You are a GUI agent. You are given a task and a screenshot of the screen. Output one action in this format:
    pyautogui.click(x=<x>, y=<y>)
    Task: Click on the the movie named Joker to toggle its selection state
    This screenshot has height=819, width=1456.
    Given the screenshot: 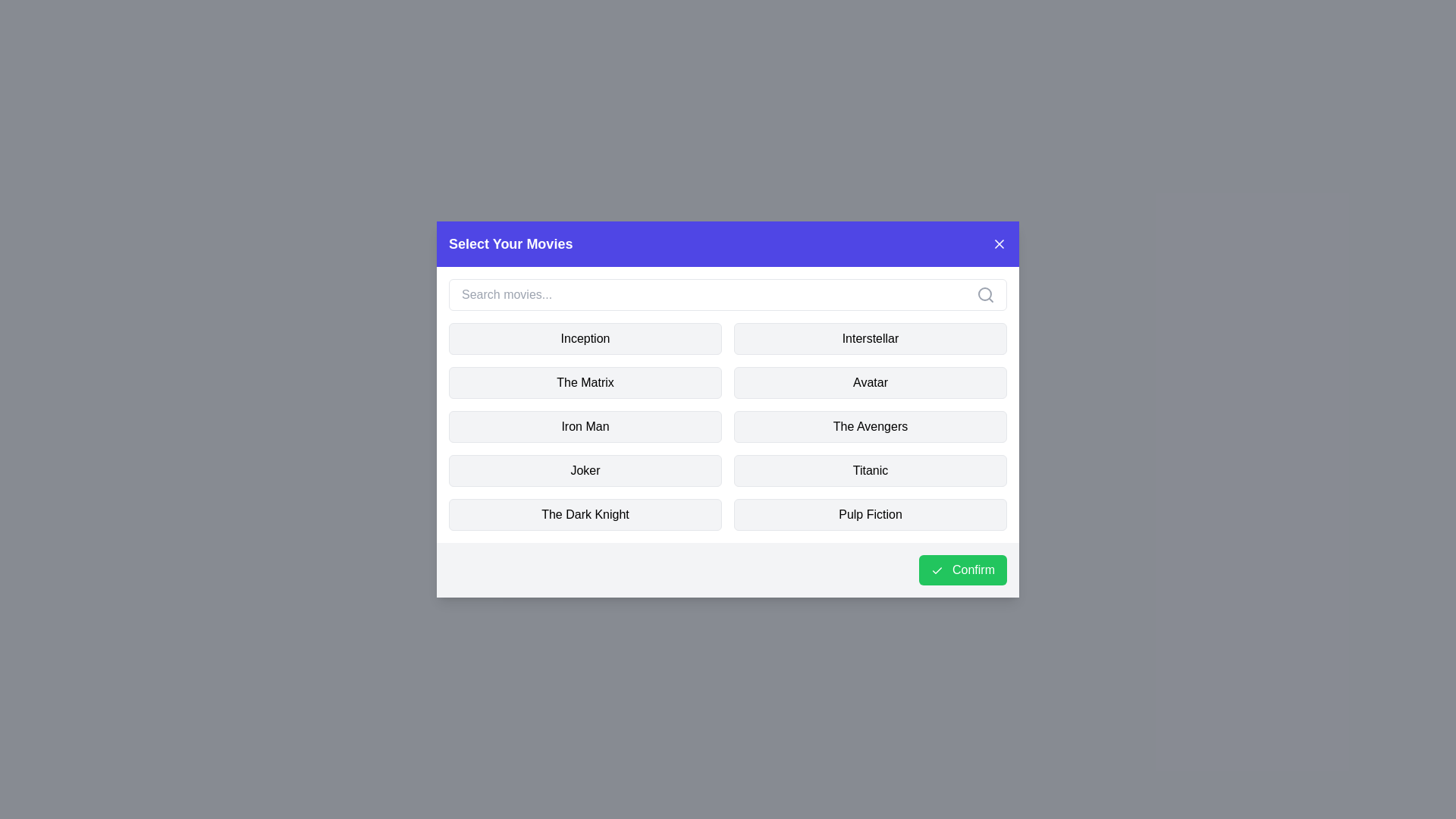 What is the action you would take?
    pyautogui.click(x=585, y=470)
    